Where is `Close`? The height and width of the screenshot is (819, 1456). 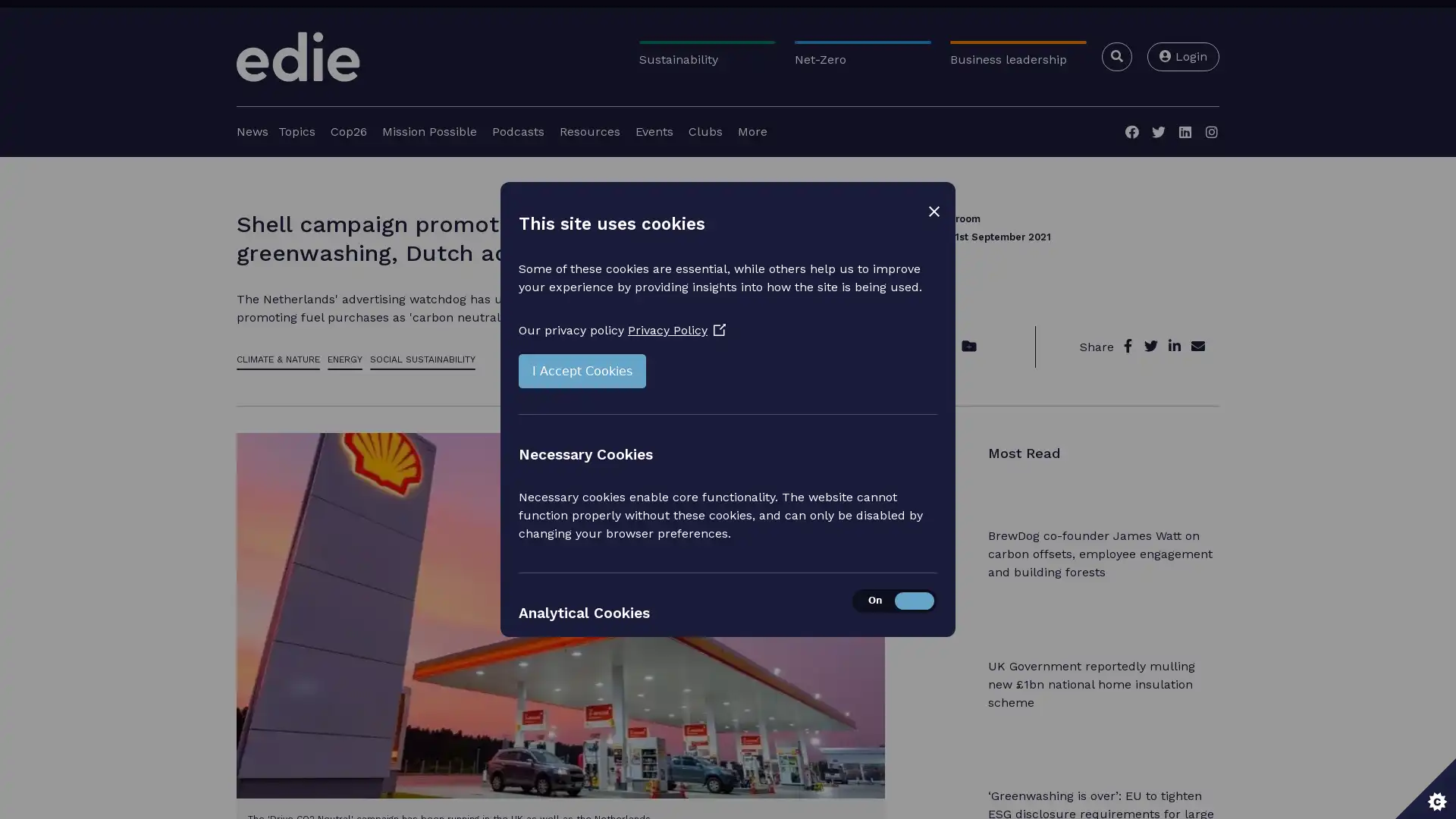 Close is located at coordinates (934, 211).